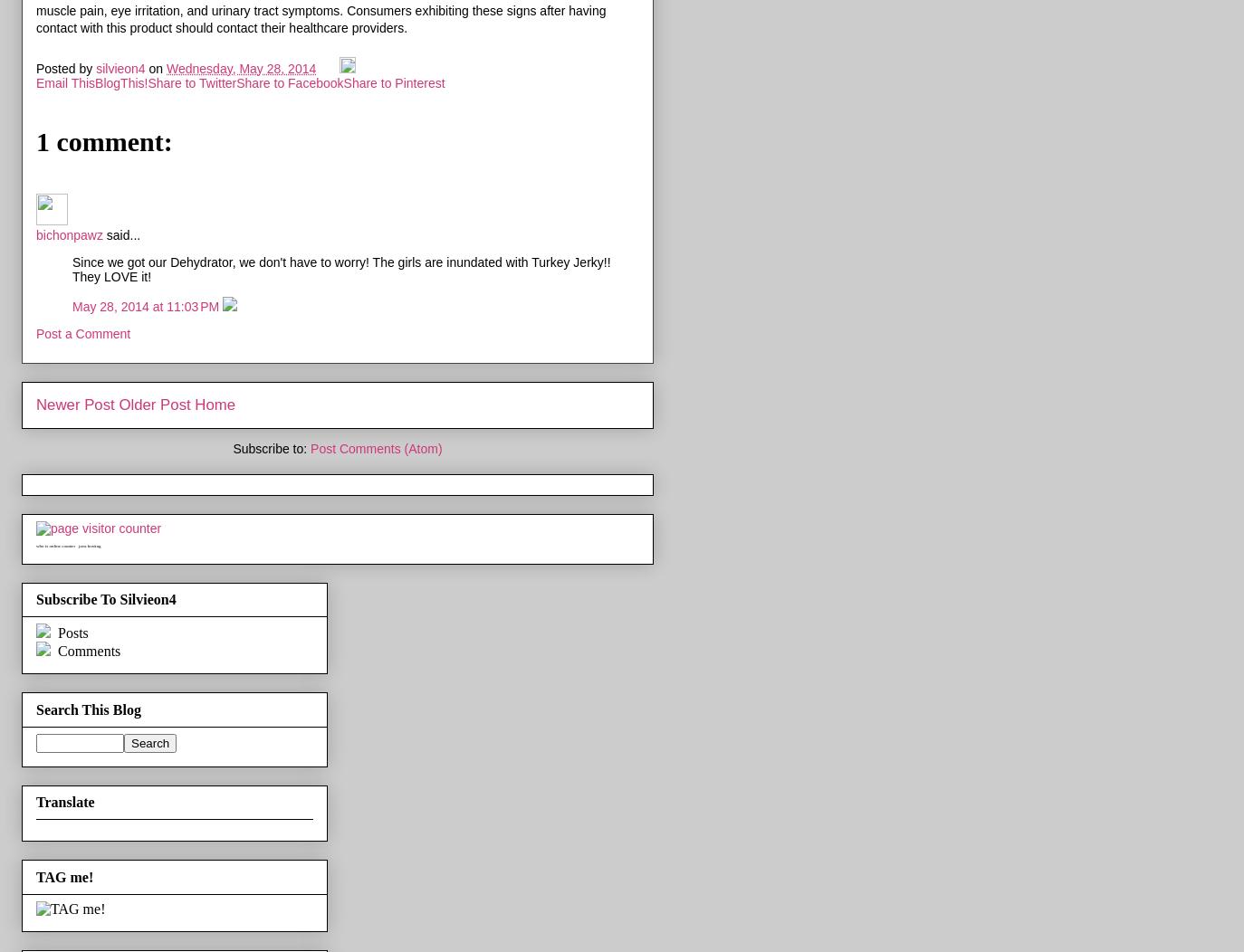  Describe the element at coordinates (394, 81) in the screenshot. I see `'Share to Pinterest'` at that location.